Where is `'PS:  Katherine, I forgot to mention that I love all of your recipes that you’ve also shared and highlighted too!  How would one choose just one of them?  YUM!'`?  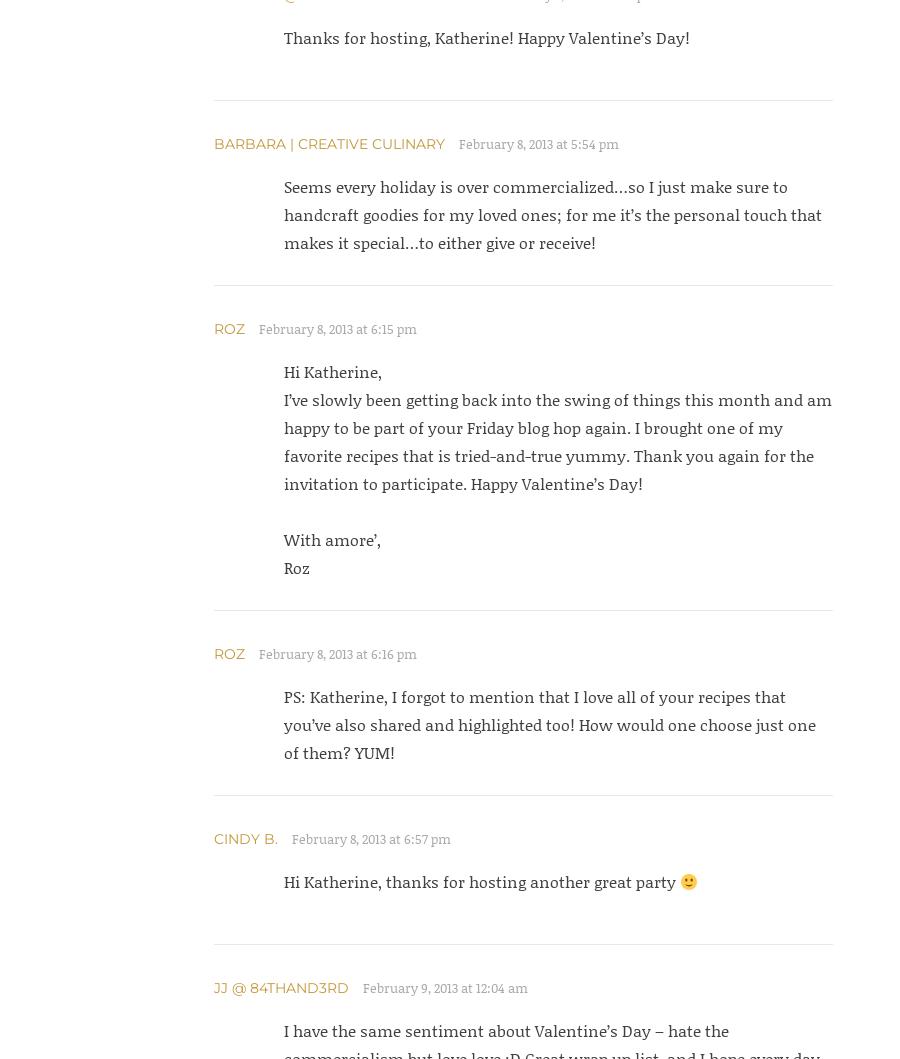
'PS:  Katherine, I forgot to mention that I love all of your recipes that you’ve also shared and highlighted too!  How would one choose just one of them?  YUM!' is located at coordinates (281, 724).